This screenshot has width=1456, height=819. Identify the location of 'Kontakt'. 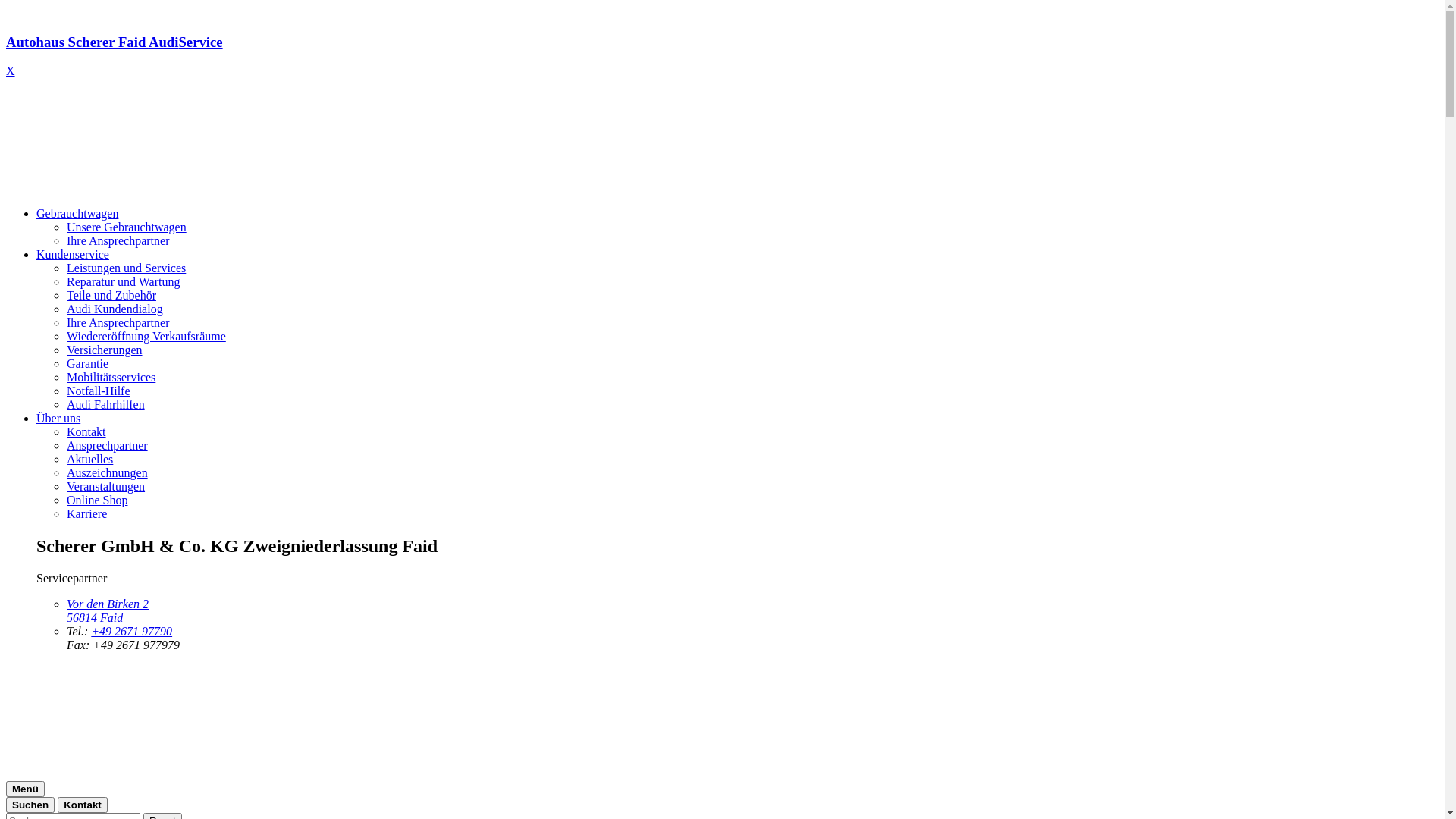
(86, 431).